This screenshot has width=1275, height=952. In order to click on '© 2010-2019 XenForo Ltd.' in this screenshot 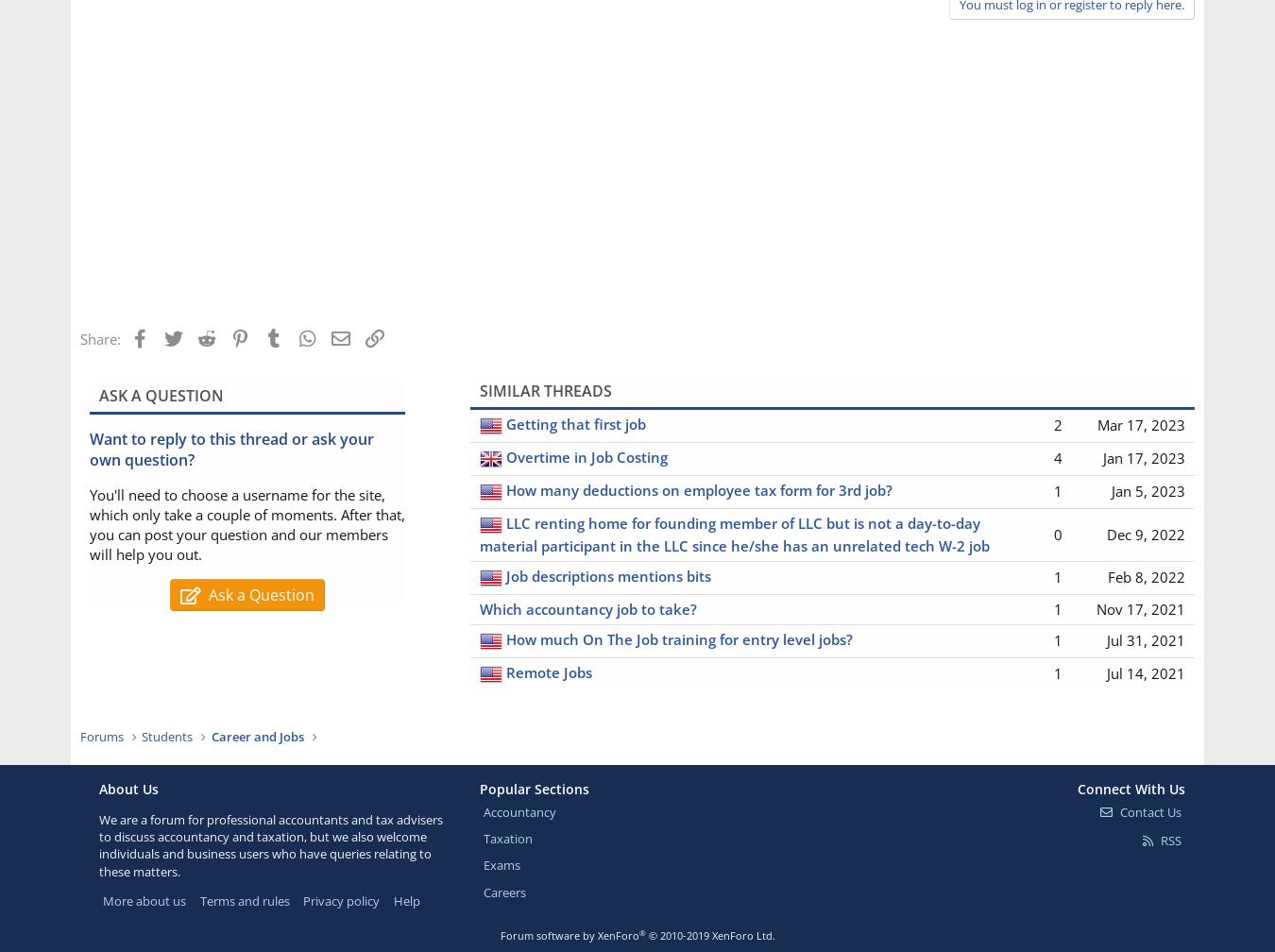, I will do `click(646, 934)`.